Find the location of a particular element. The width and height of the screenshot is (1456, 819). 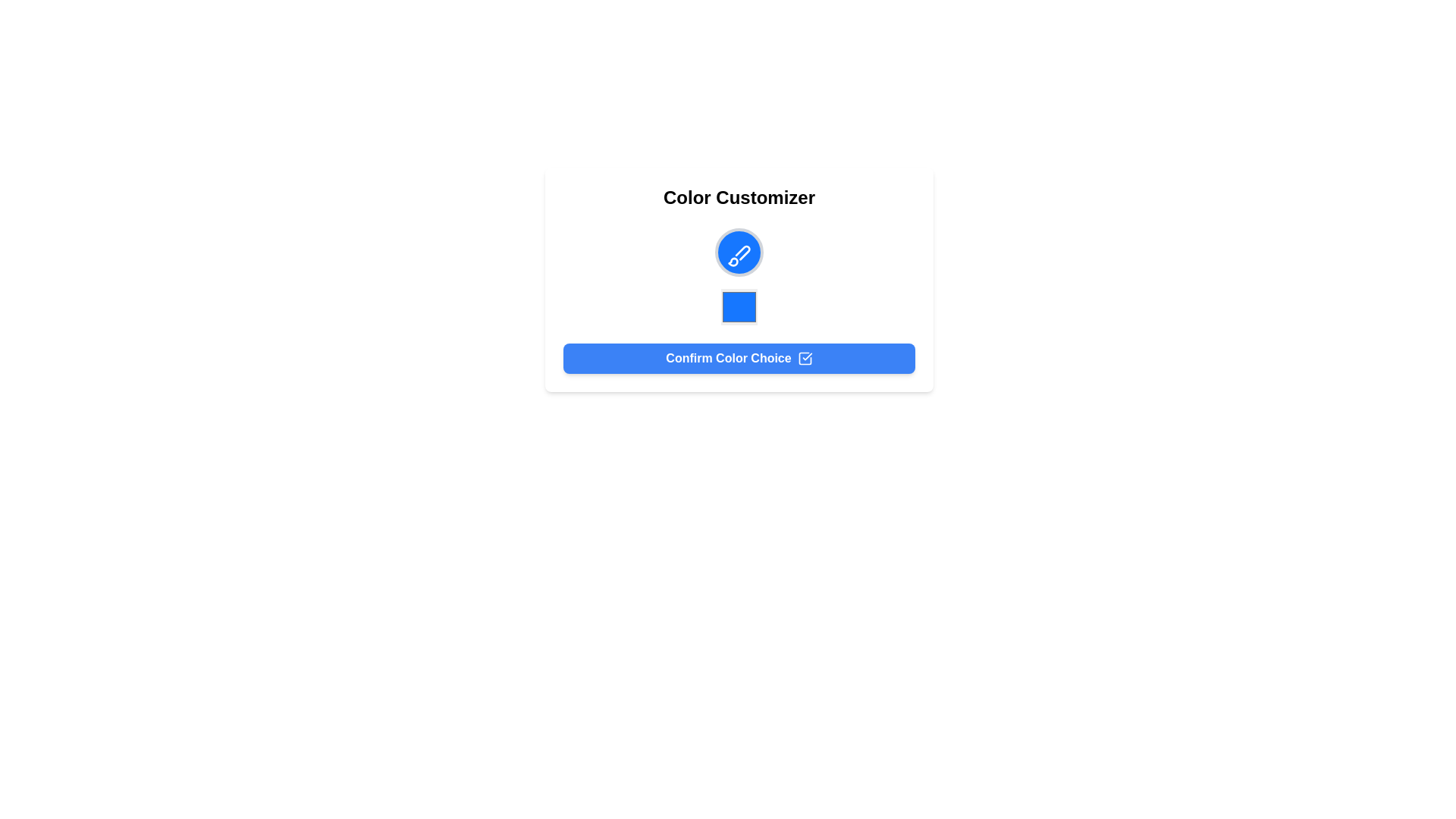

the paintbrush icon located at the center of the 'Color Customizer' modal, which is distinguished by a white outline against a vibrant blue circular background is located at coordinates (739, 254).